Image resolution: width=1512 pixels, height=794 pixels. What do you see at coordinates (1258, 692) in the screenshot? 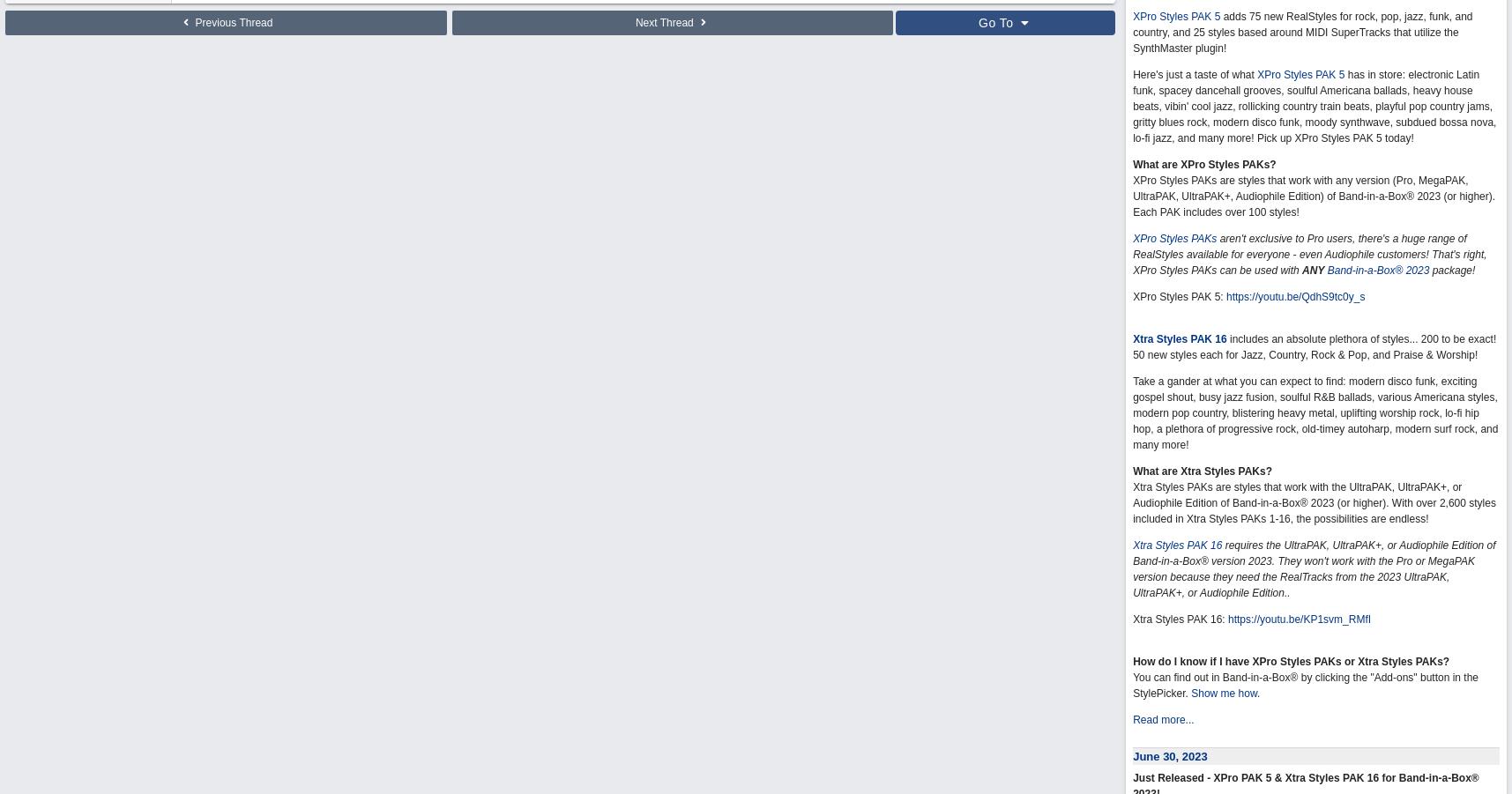
I see `'.'` at bounding box center [1258, 692].